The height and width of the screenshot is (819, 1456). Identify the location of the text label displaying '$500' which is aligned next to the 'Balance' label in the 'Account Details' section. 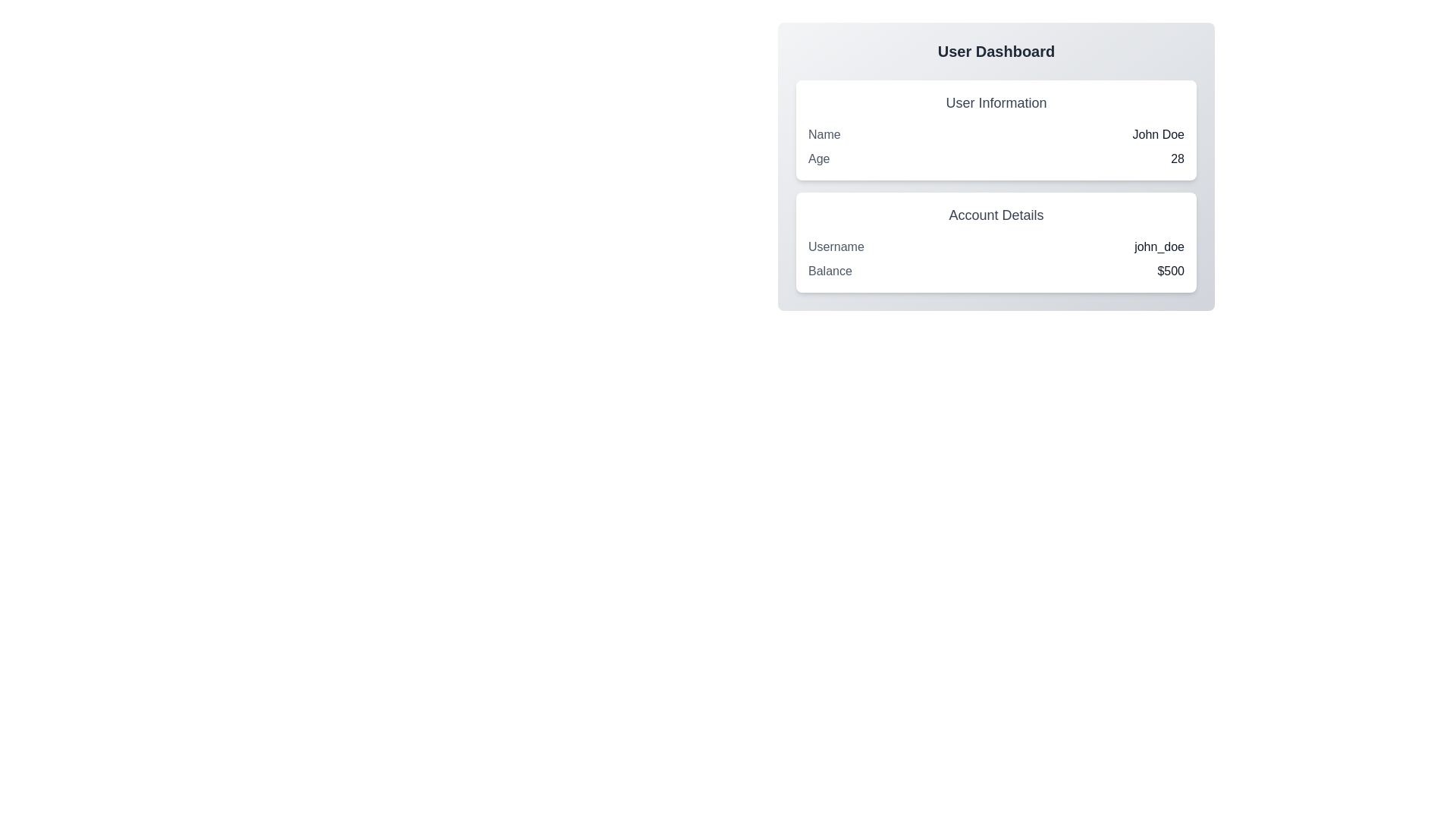
(1170, 271).